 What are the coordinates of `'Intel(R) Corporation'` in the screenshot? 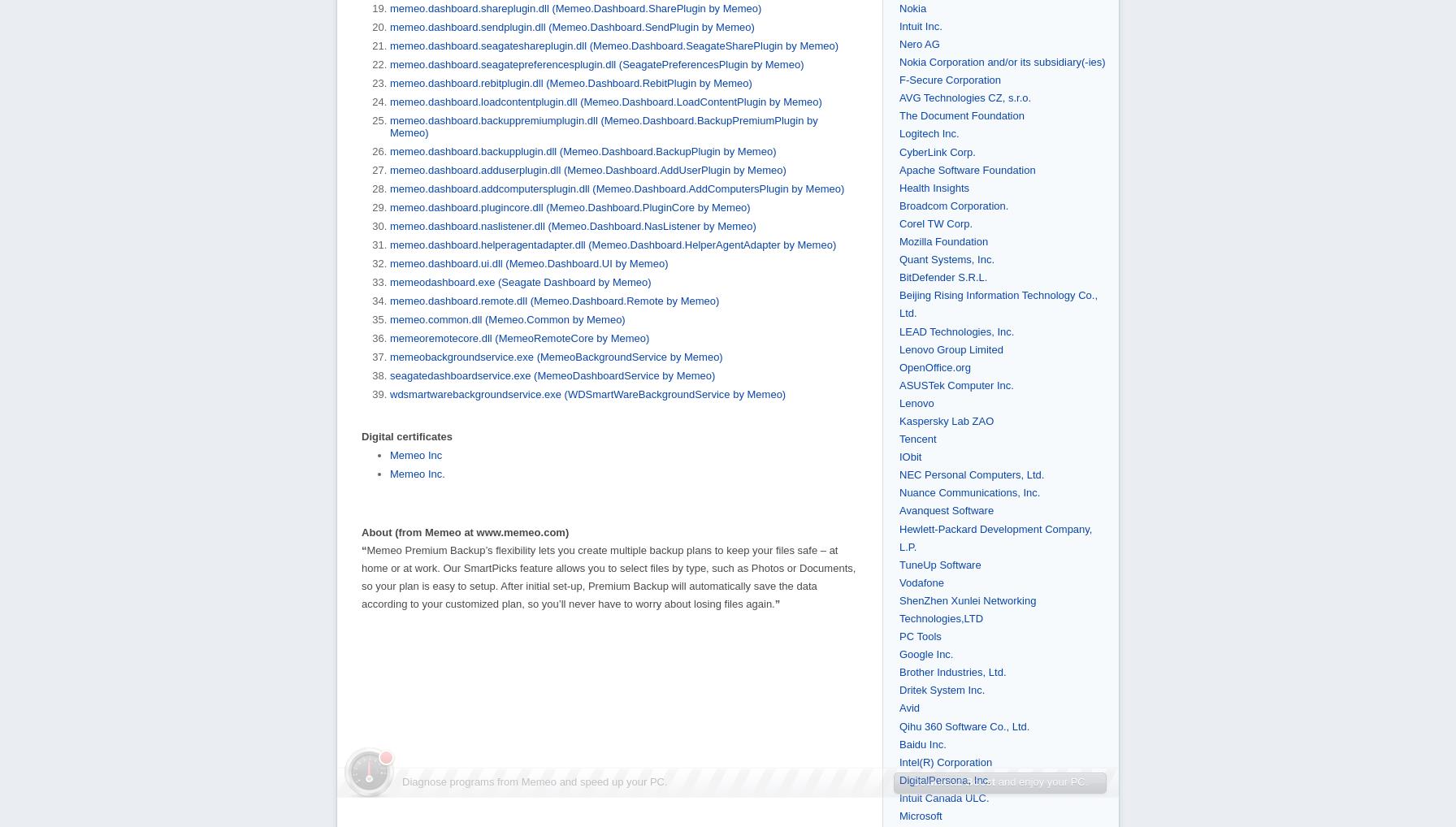 It's located at (946, 760).